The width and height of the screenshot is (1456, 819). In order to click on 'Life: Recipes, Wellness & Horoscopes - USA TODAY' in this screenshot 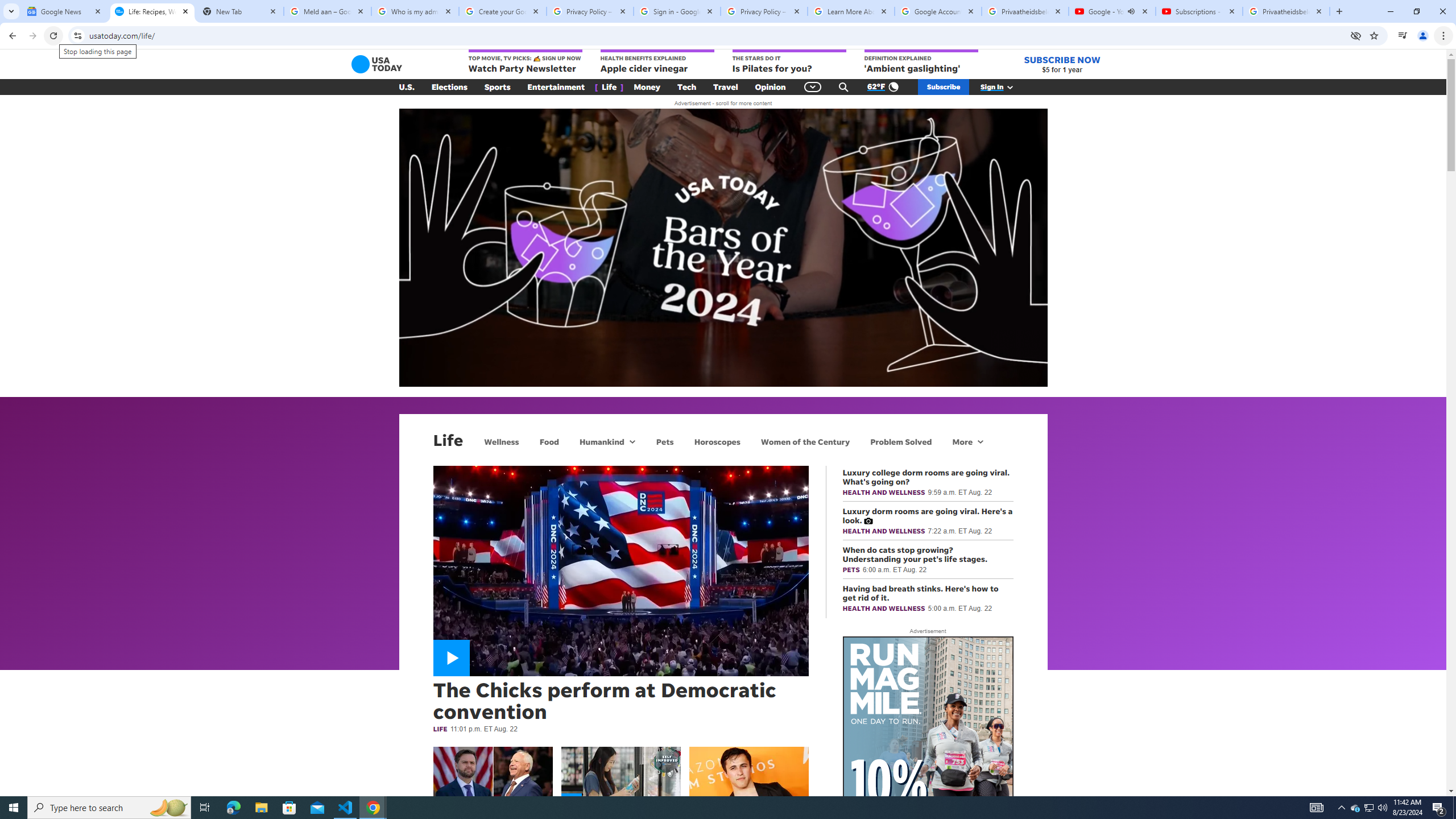, I will do `click(151, 11)`.